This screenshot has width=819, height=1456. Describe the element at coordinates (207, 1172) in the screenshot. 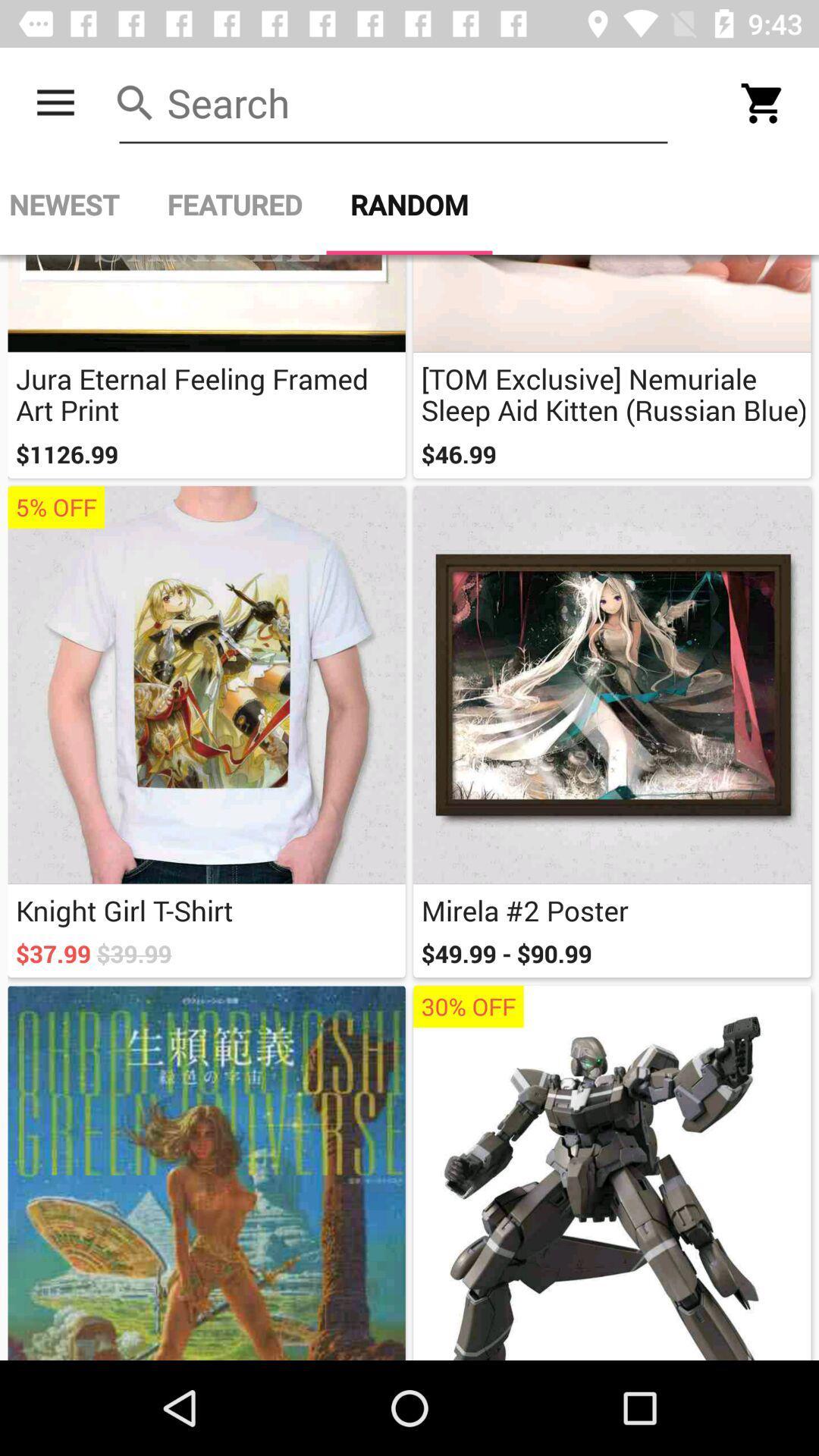

I see `first image at bottom of the page` at that location.